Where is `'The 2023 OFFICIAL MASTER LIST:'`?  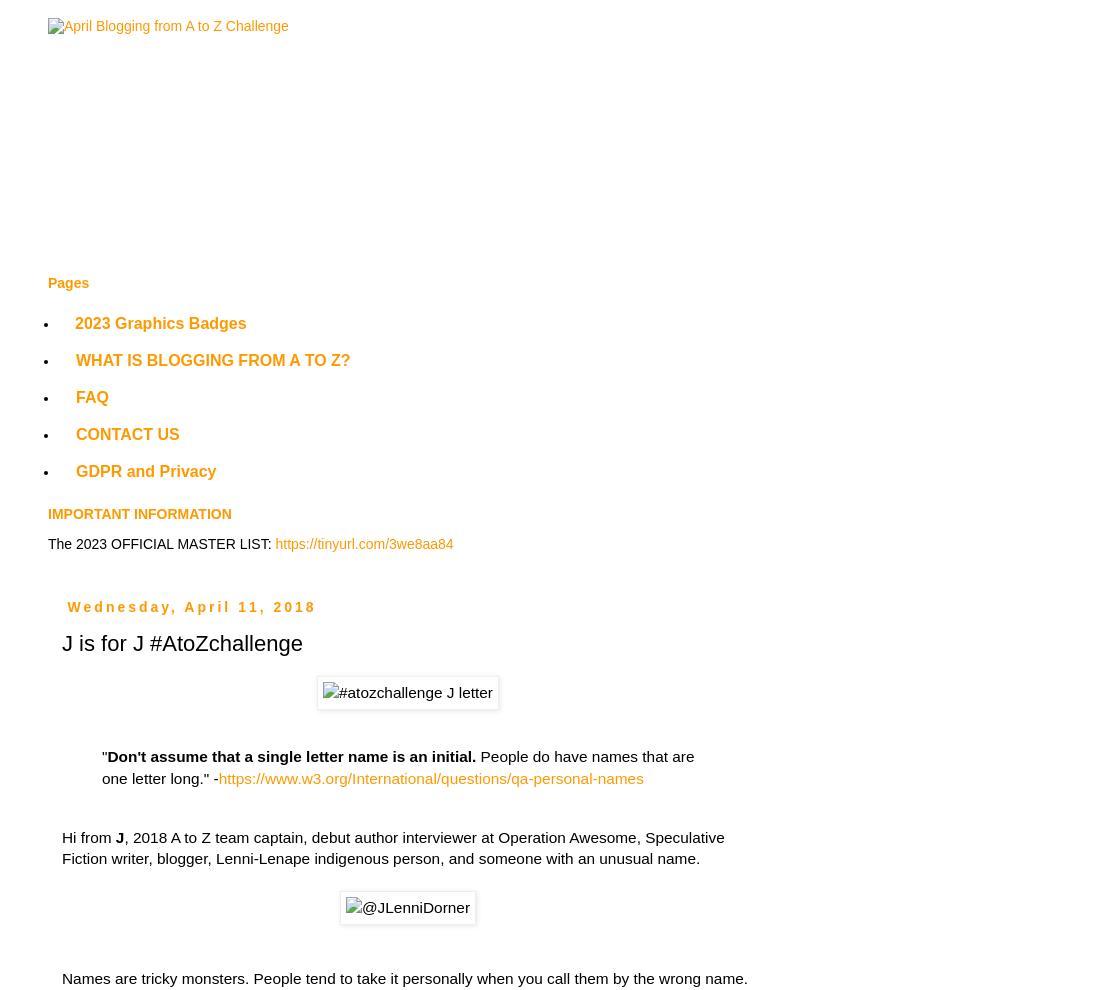 'The 2023 OFFICIAL MASTER LIST:' is located at coordinates (46, 542).